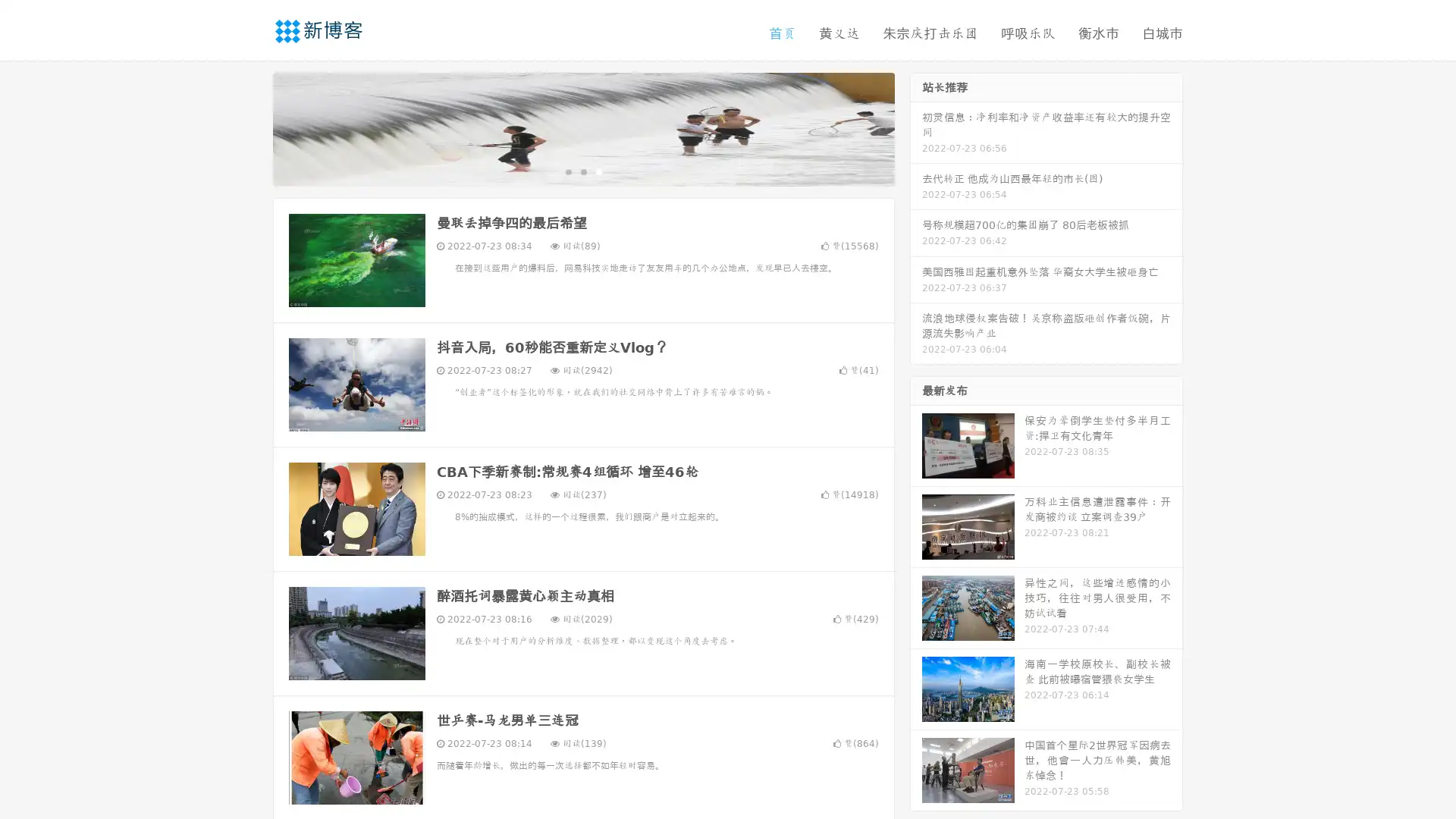  I want to click on Go to slide 3, so click(598, 171).